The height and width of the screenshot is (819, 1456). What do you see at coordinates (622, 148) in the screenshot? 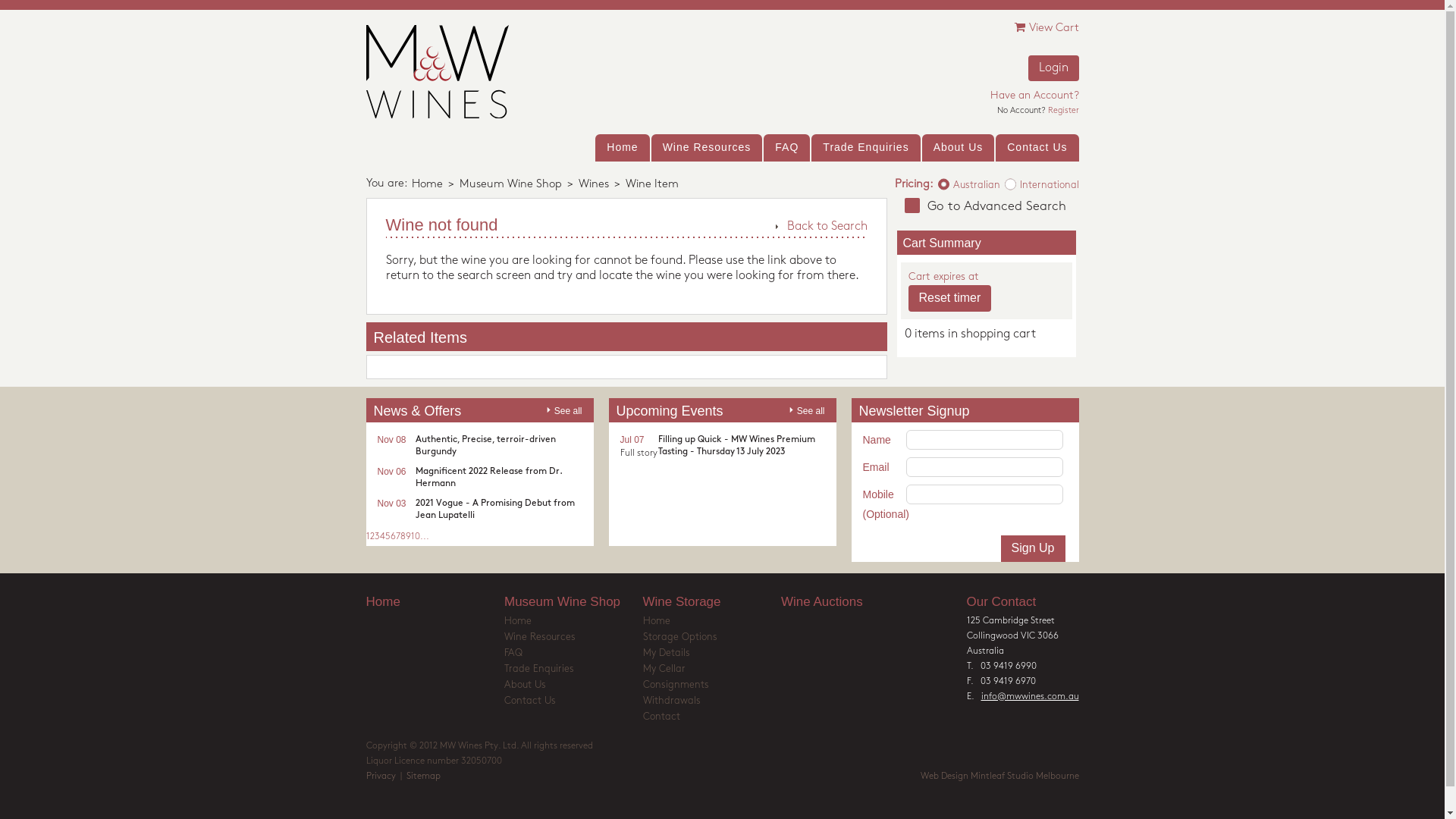
I see `'Home'` at bounding box center [622, 148].